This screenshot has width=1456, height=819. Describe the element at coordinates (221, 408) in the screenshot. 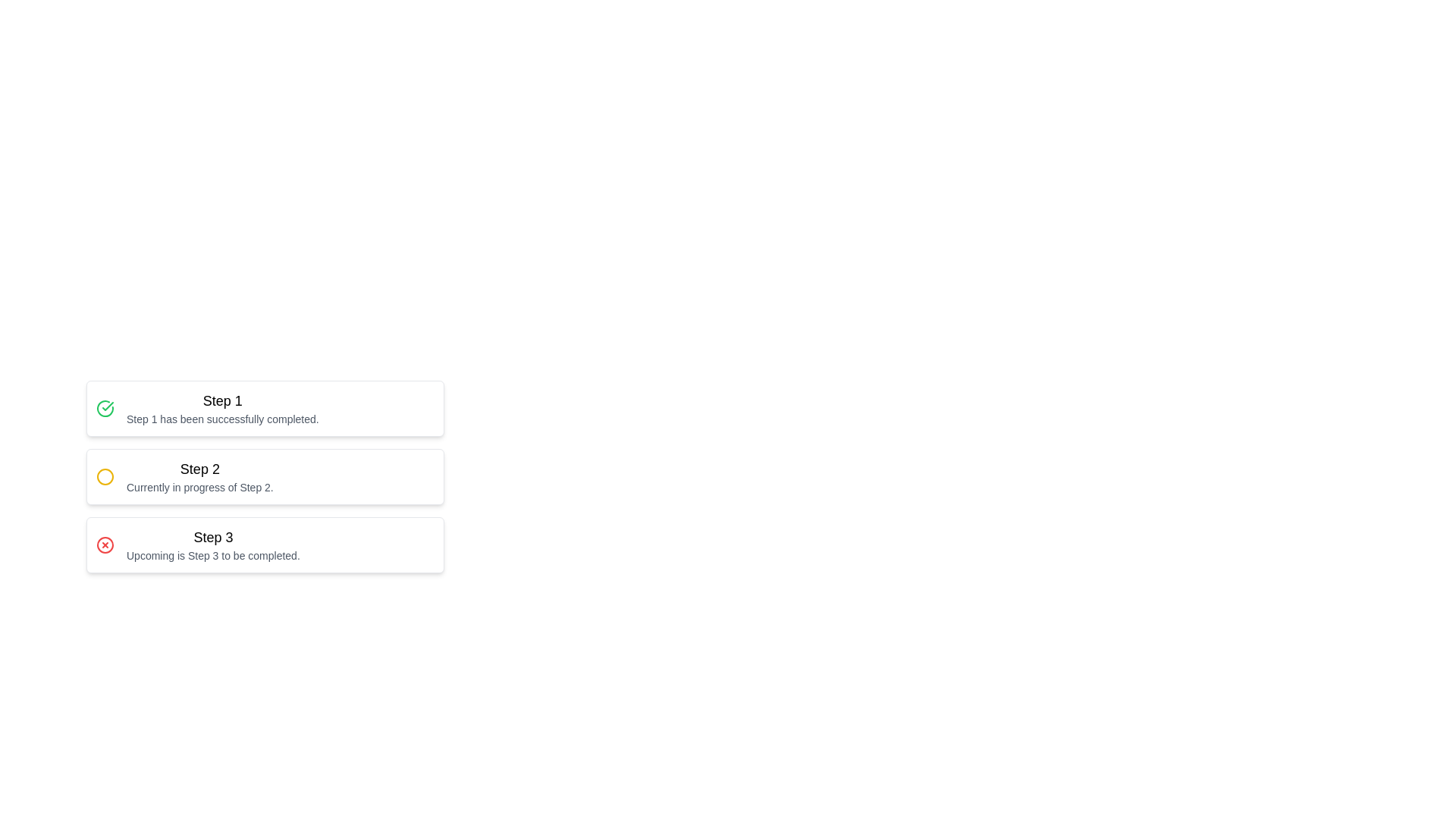

I see `the status text displayed in the topmost card, which includes the title 'Step 1' and the description 'Step 1 has been successfully completed.'` at that location.